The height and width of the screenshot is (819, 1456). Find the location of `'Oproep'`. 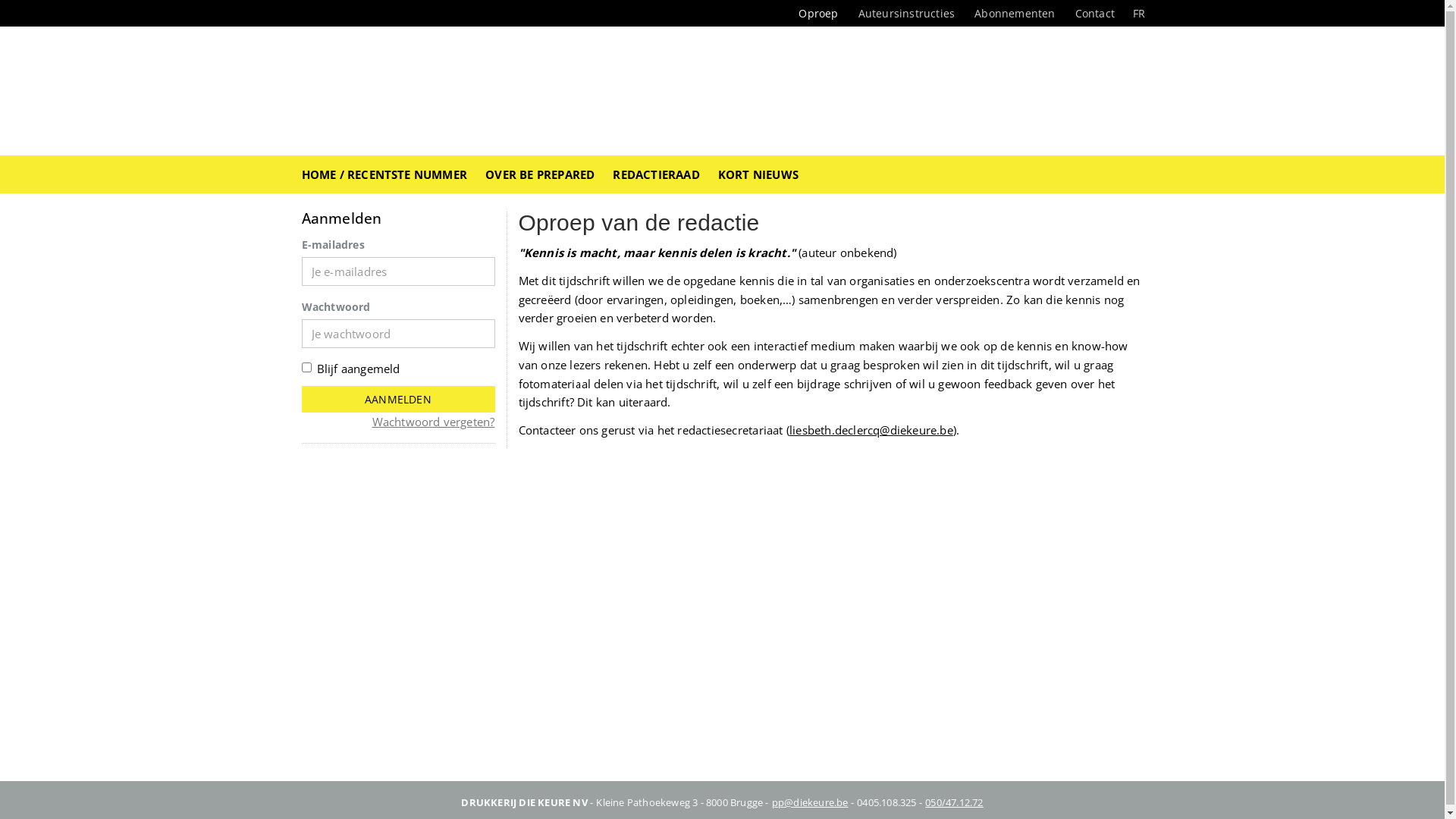

'Oproep' is located at coordinates (817, 13).